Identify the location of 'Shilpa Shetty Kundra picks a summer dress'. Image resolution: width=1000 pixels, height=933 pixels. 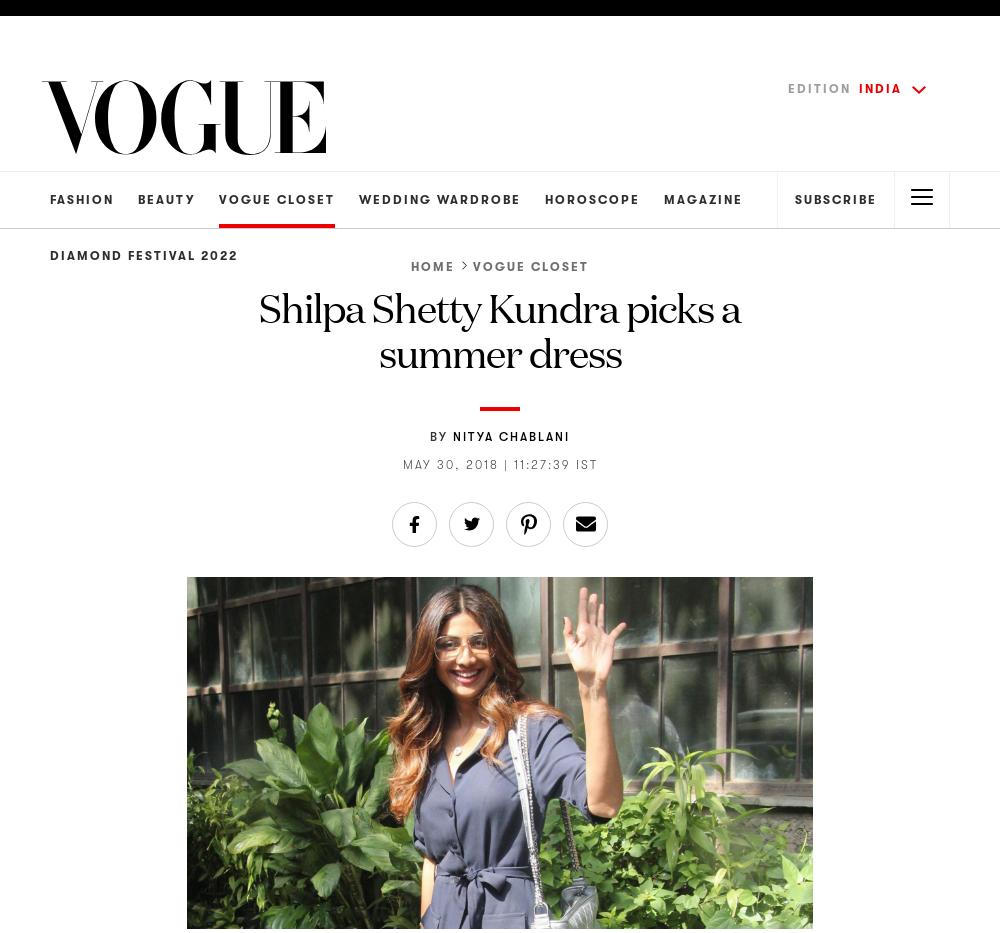
(500, 327).